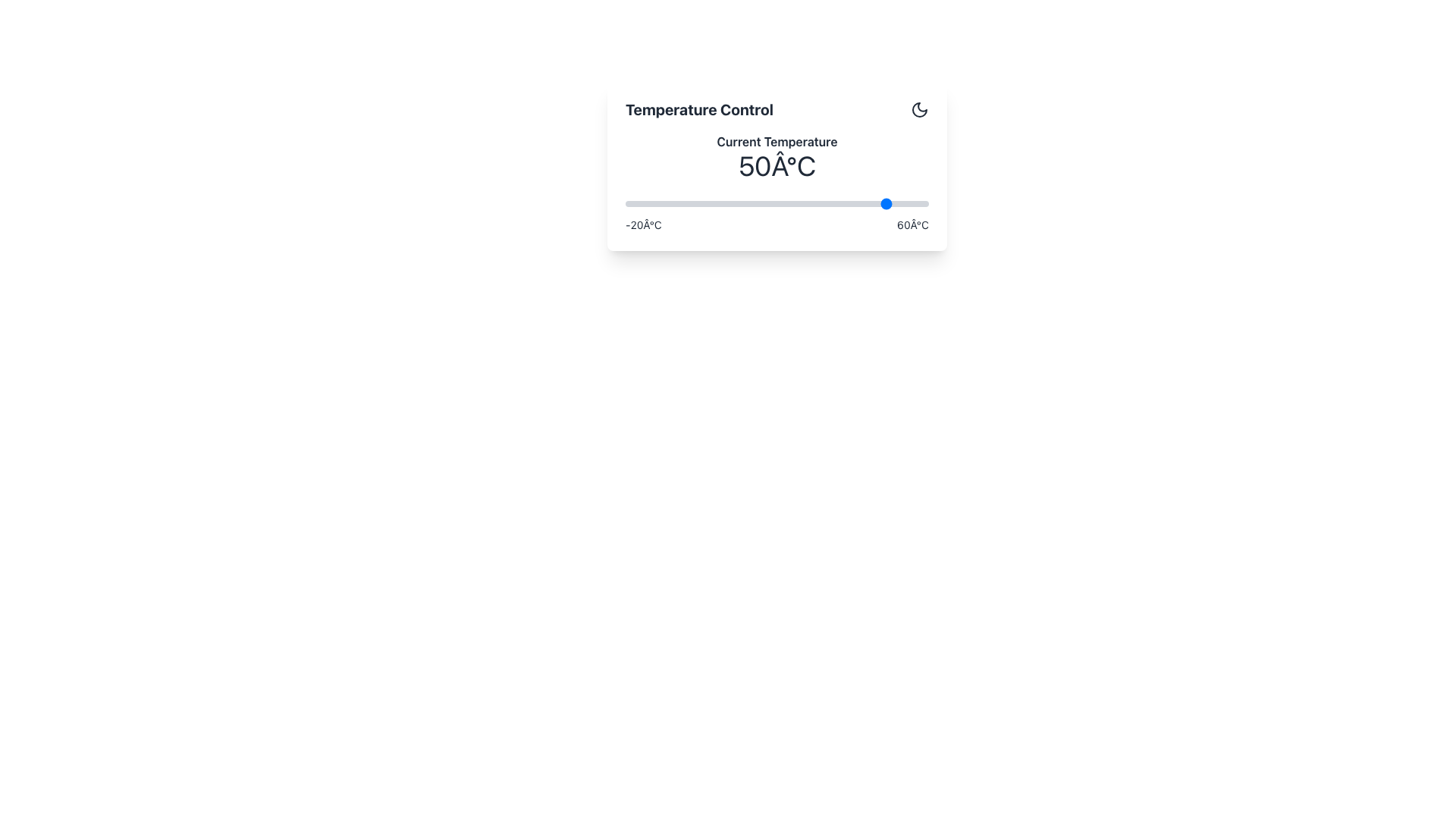 This screenshot has height=819, width=1456. I want to click on the temperature, so click(704, 203).